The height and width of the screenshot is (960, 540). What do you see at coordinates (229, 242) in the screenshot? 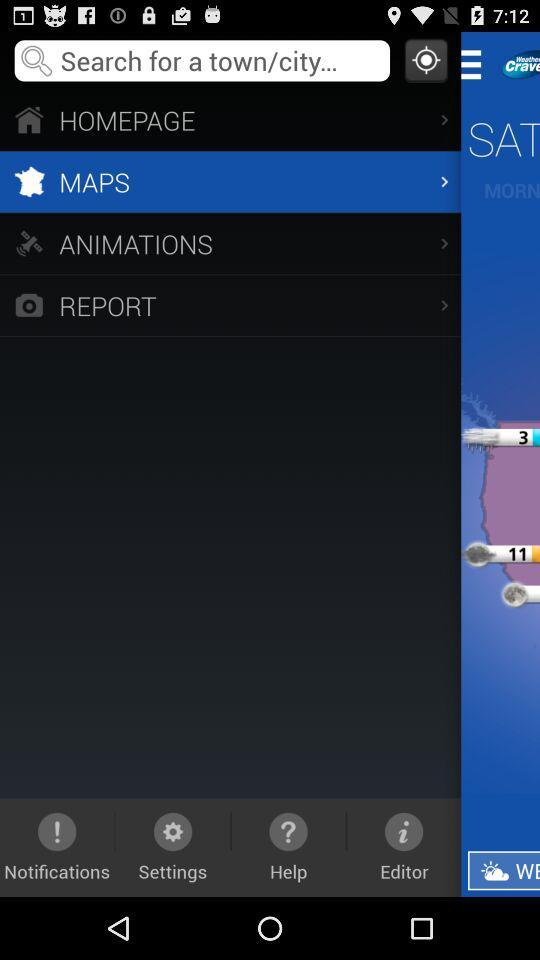
I see `the app above the report app` at bounding box center [229, 242].